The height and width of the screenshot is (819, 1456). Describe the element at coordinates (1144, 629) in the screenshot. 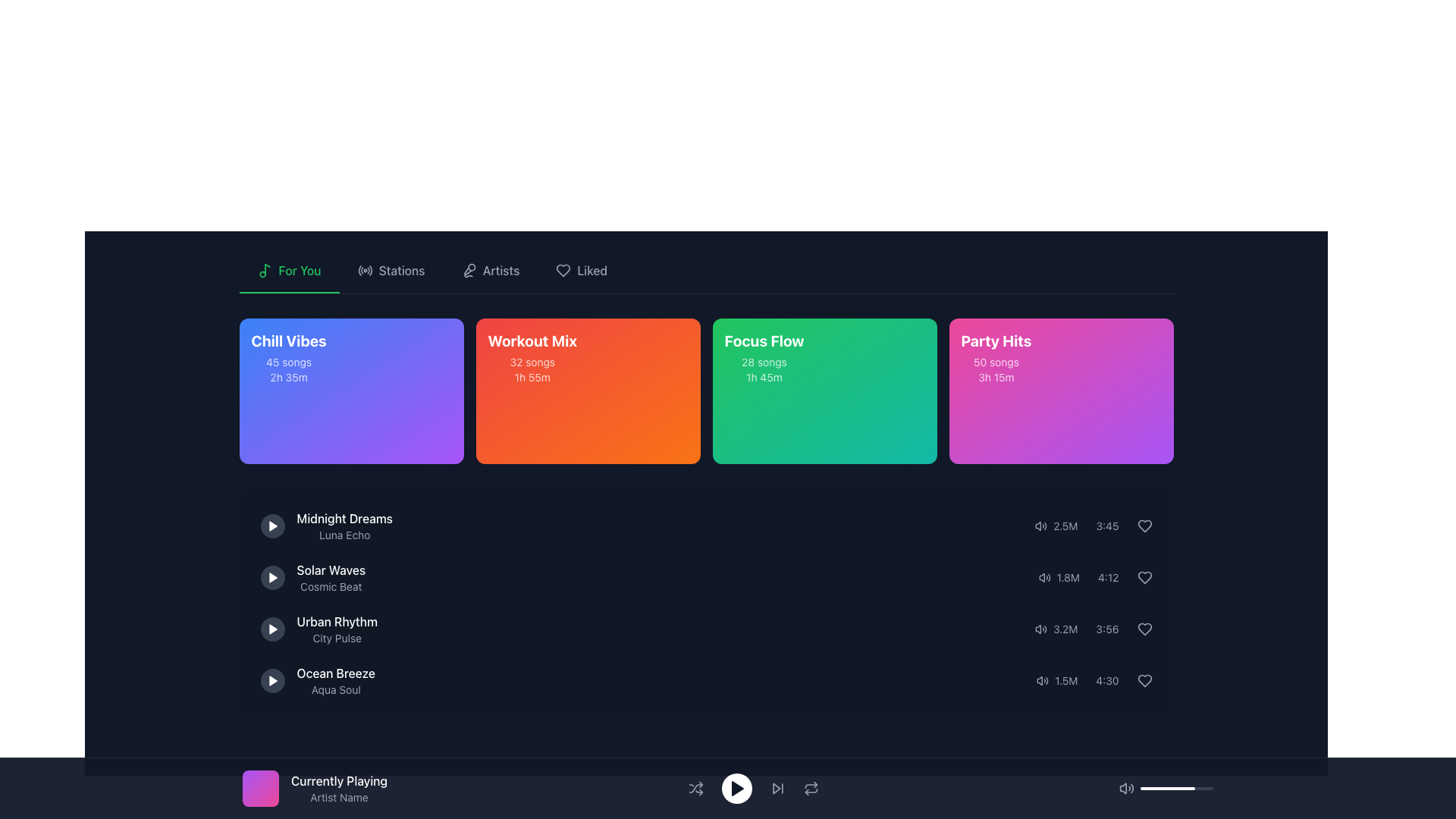

I see `the heart-shaped interactive icon button located at the far right end of the row containing '3.2M' and '3:56'` at that location.